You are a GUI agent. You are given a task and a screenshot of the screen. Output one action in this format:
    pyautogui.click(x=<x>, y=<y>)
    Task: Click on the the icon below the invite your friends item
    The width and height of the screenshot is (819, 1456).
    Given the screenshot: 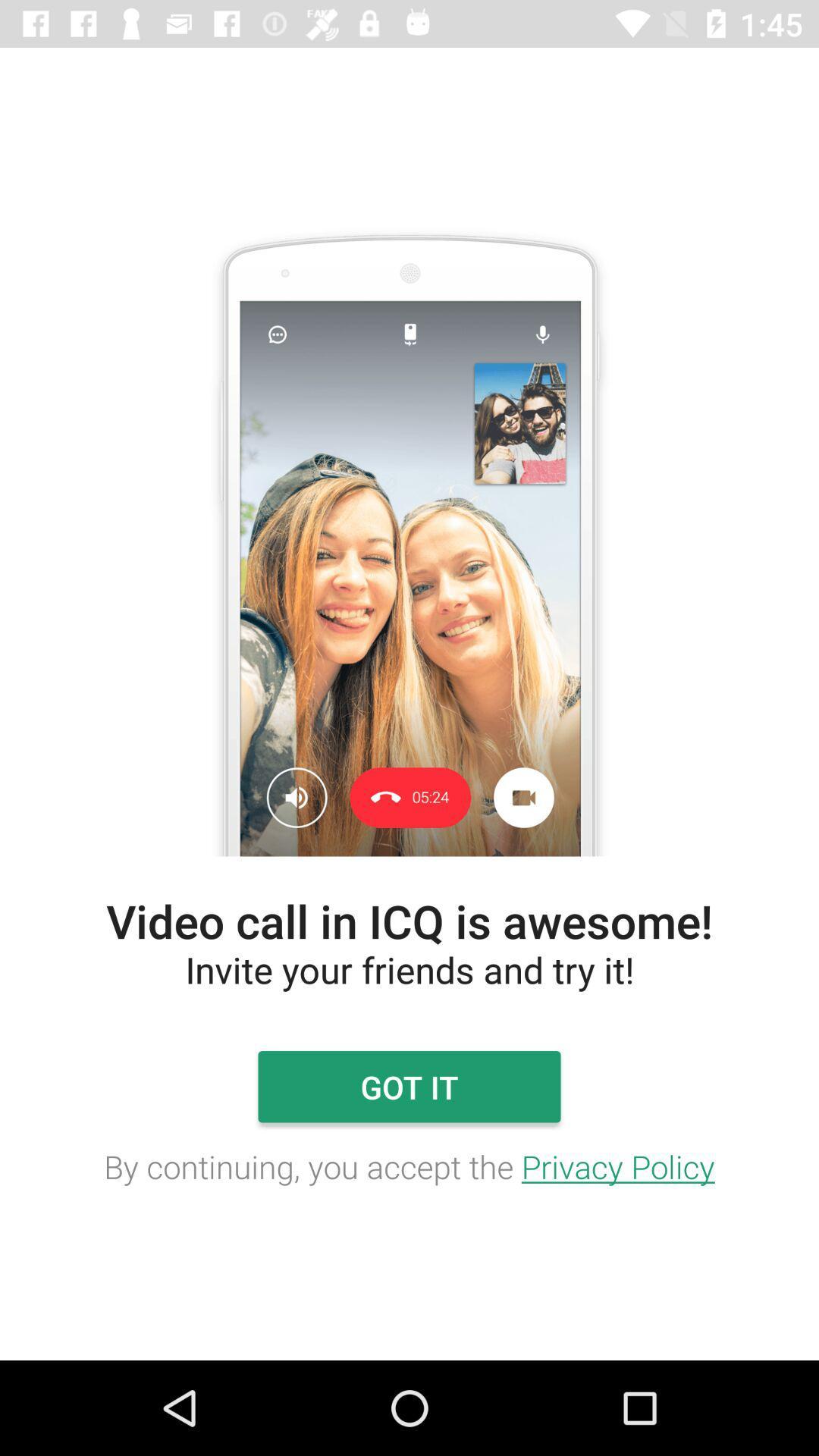 What is the action you would take?
    pyautogui.click(x=409, y=1086)
    